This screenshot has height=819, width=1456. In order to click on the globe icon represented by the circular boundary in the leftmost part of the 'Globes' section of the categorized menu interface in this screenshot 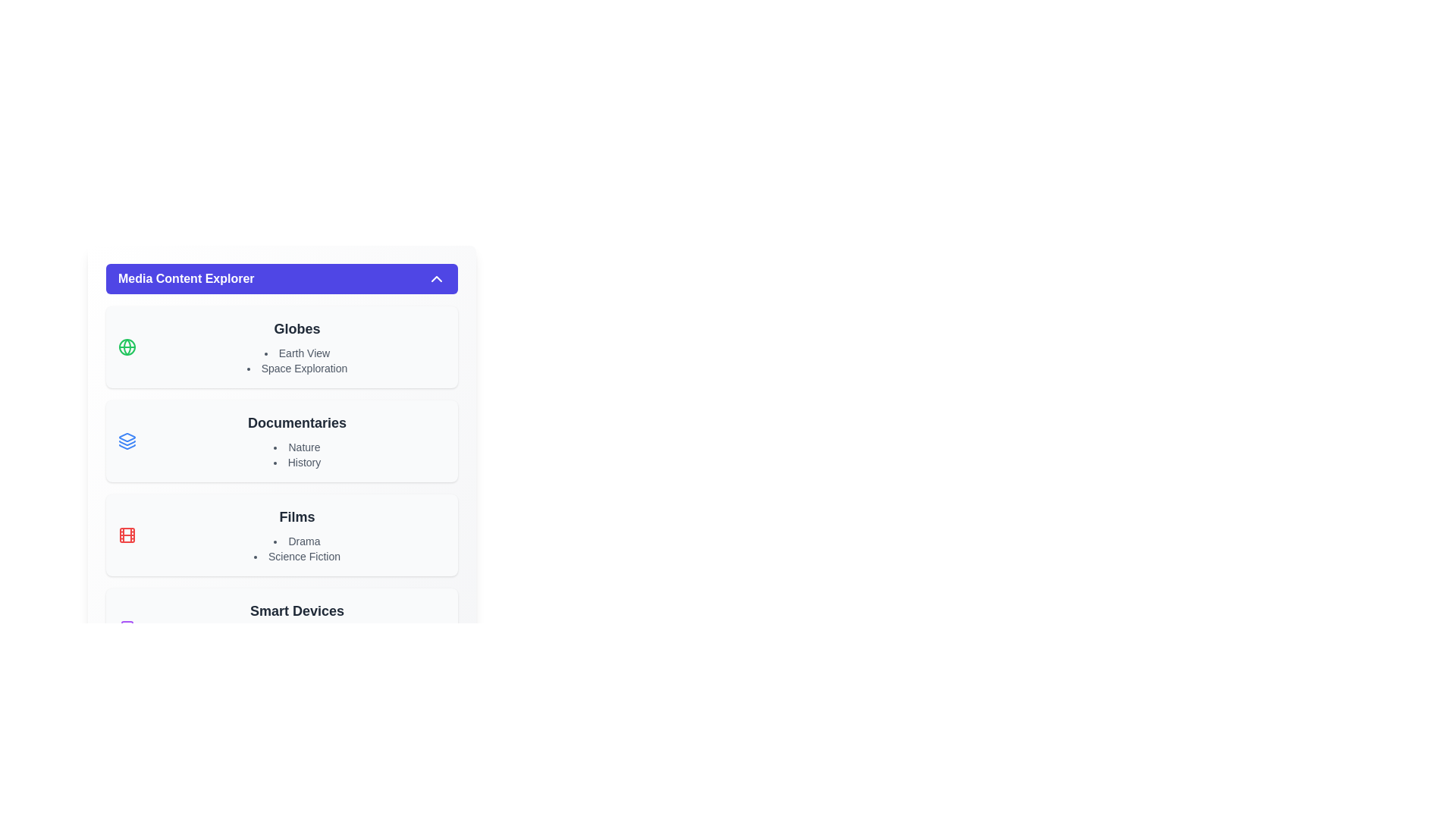, I will do `click(127, 347)`.